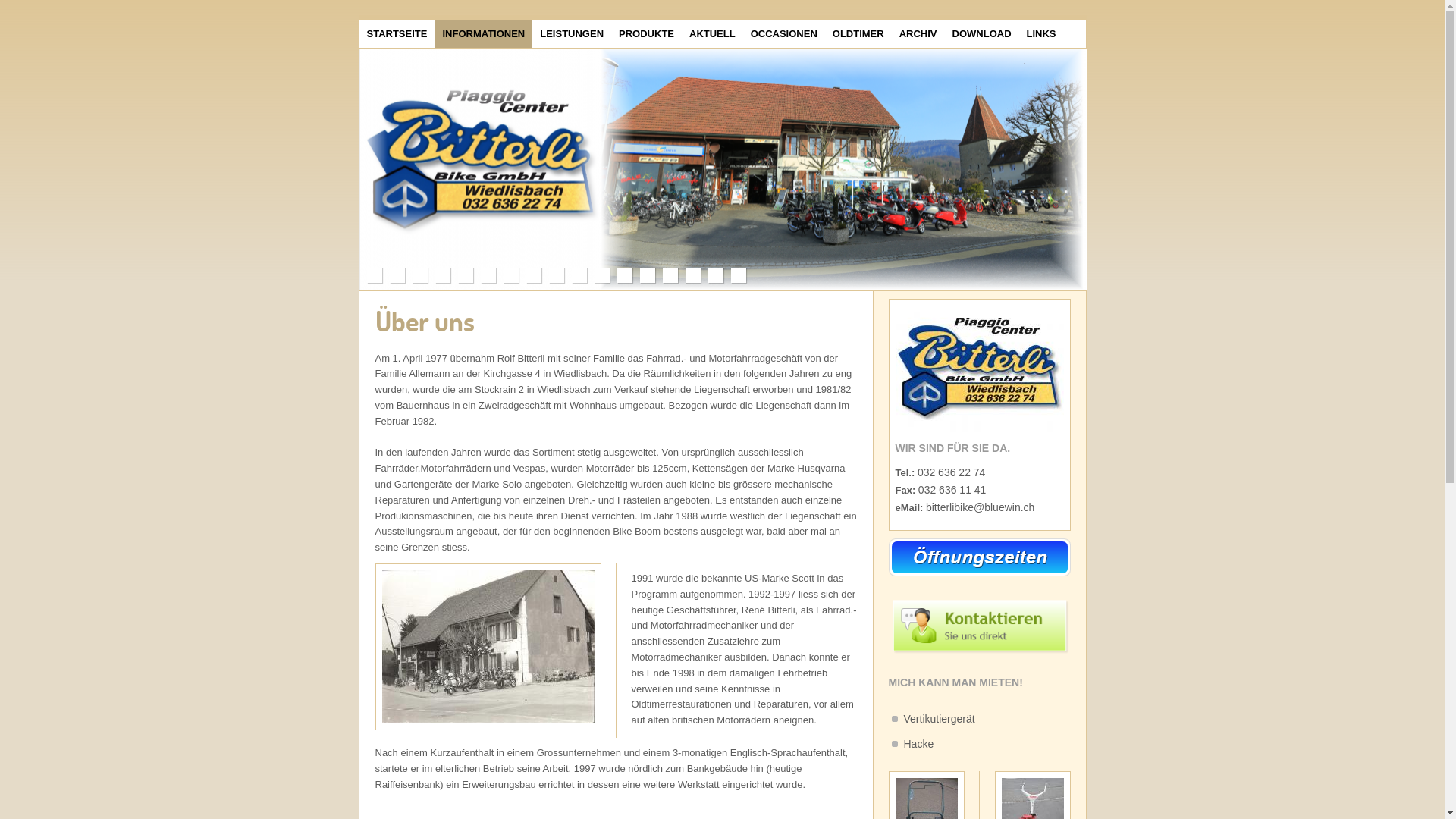  Describe the element at coordinates (944, 33) in the screenshot. I see `'DOWNLOAD'` at that location.